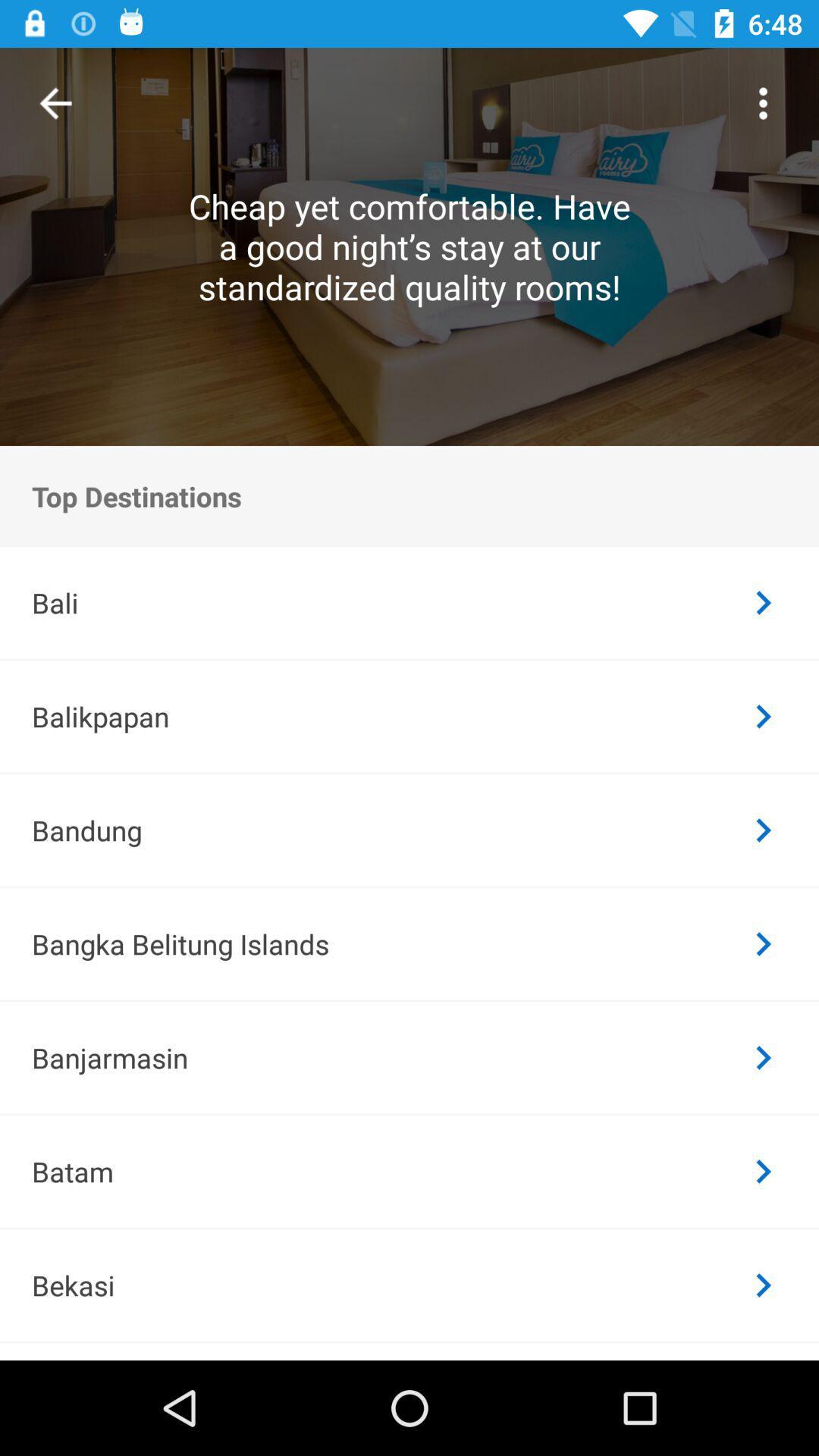  I want to click on menu, so click(763, 102).